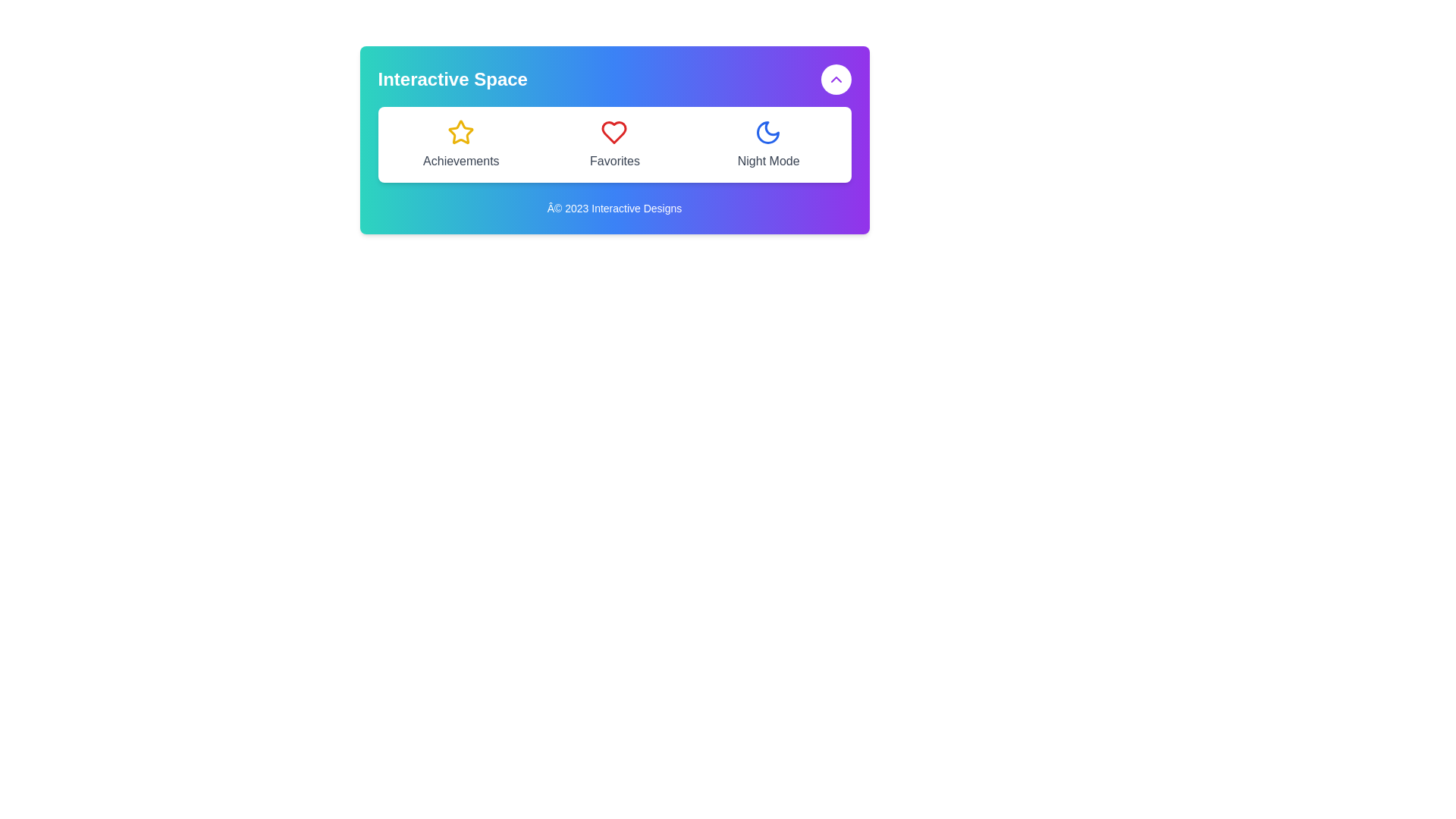  Describe the element at coordinates (614, 131) in the screenshot. I see `the heart icon in the 'Favorites' section, which signifies a favorite or liked item and is centrally positioned in the second column above the text 'Favorites'` at that location.